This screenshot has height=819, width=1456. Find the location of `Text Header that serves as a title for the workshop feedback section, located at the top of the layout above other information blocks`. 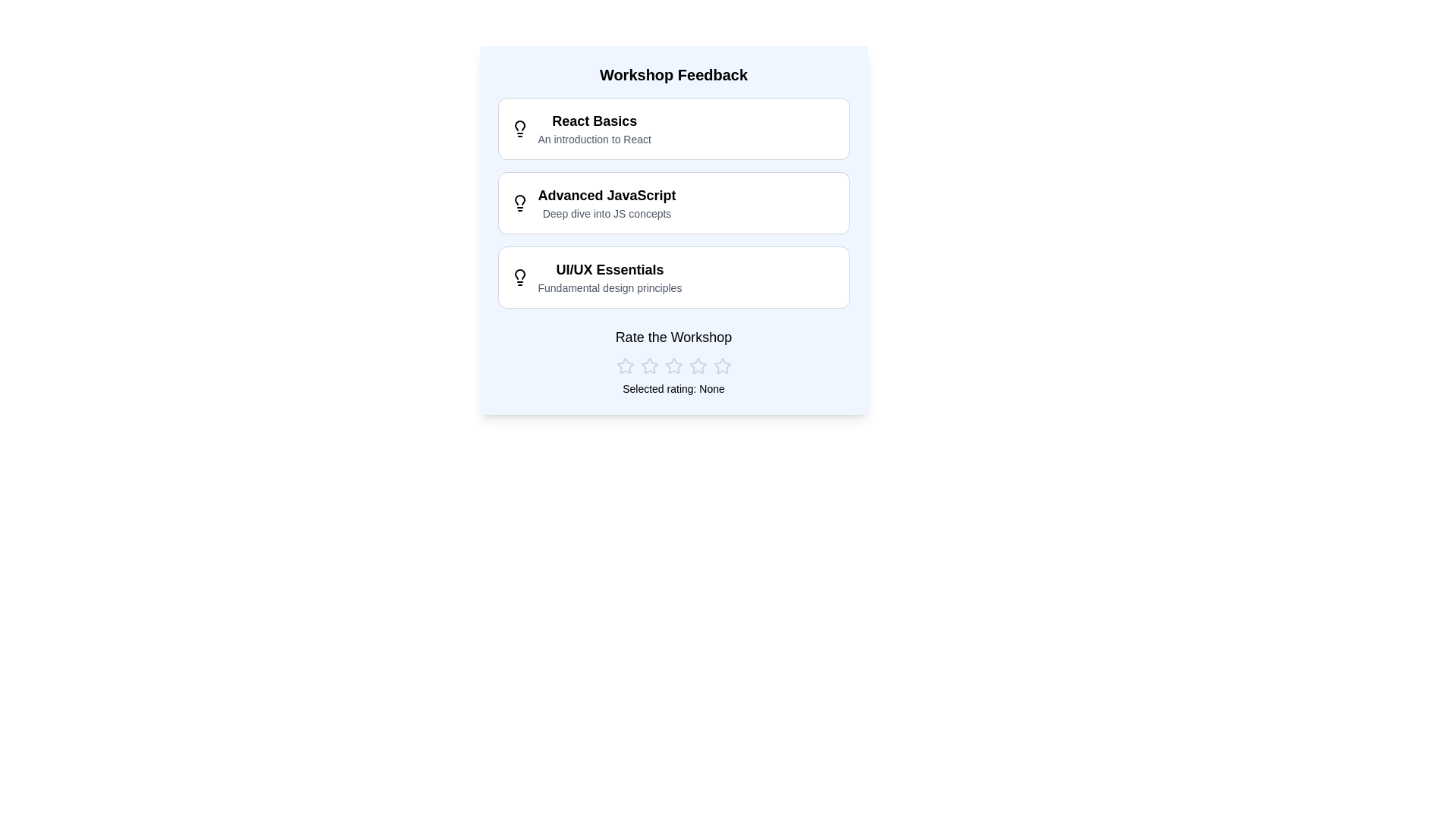

Text Header that serves as a title for the workshop feedback section, located at the top of the layout above other information blocks is located at coordinates (673, 75).